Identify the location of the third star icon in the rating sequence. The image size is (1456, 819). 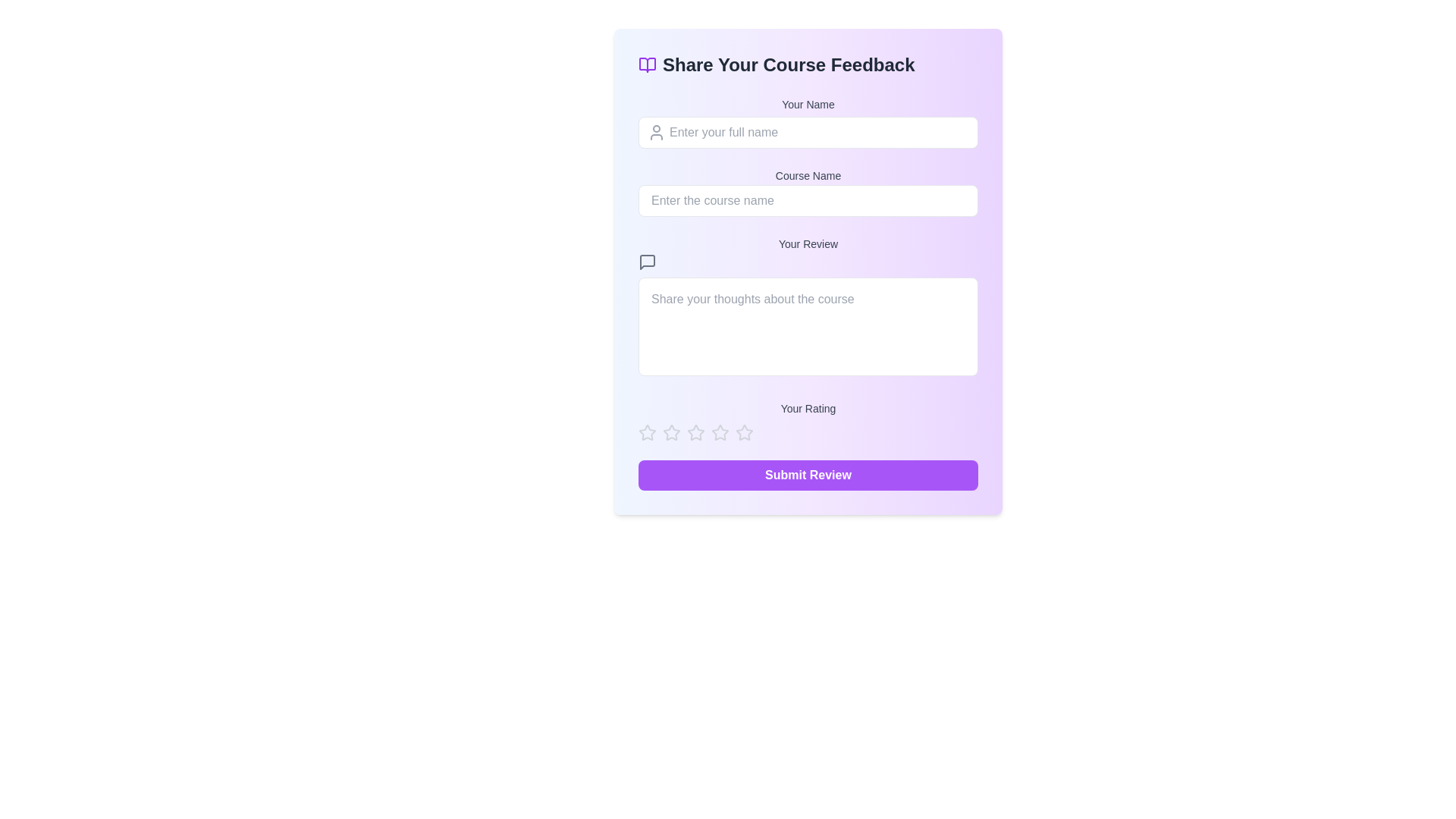
(671, 432).